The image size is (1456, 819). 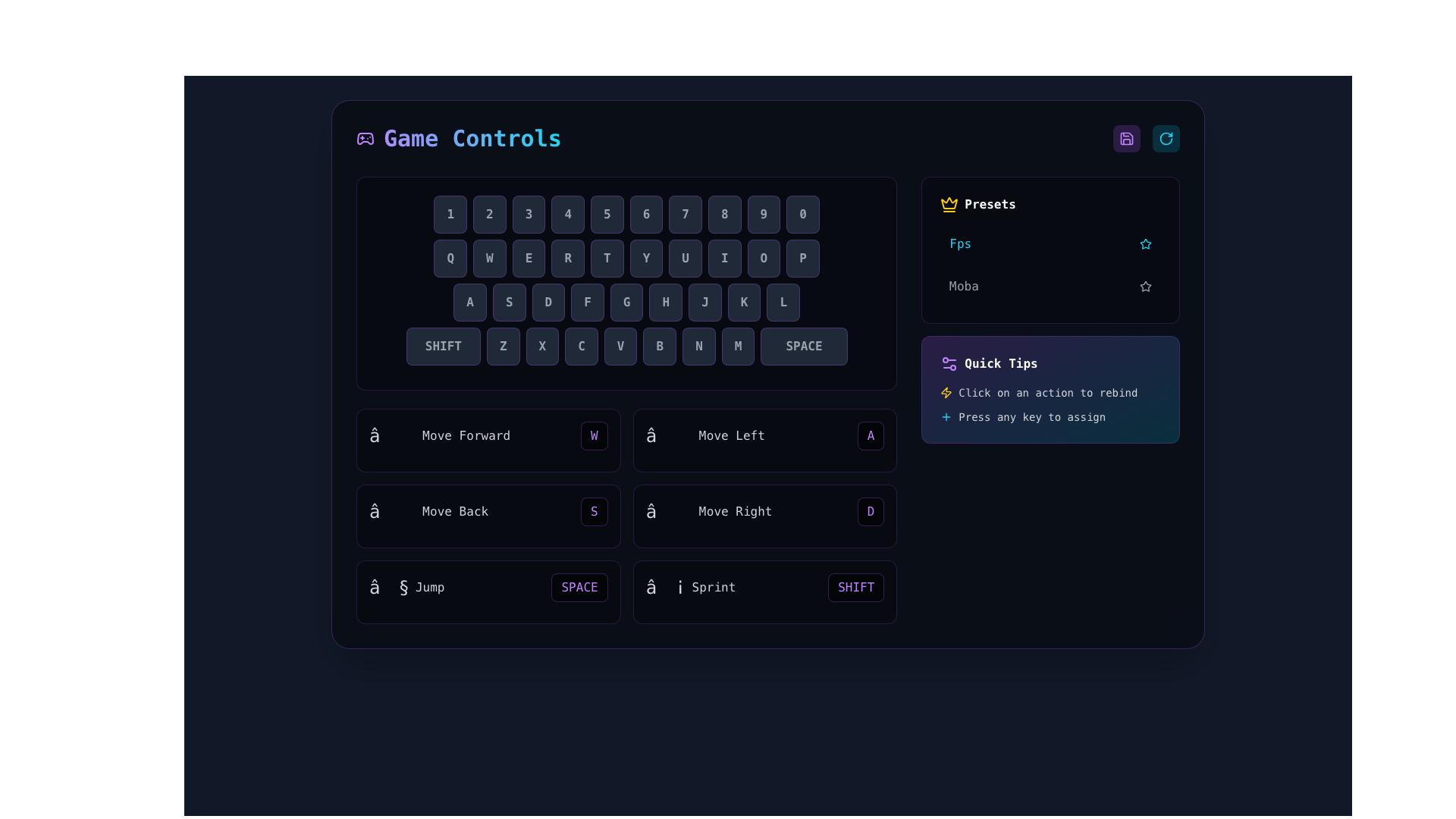 What do you see at coordinates (1146, 287) in the screenshot?
I see `the star-shaped icon to the right of the text 'Moba'` at bounding box center [1146, 287].